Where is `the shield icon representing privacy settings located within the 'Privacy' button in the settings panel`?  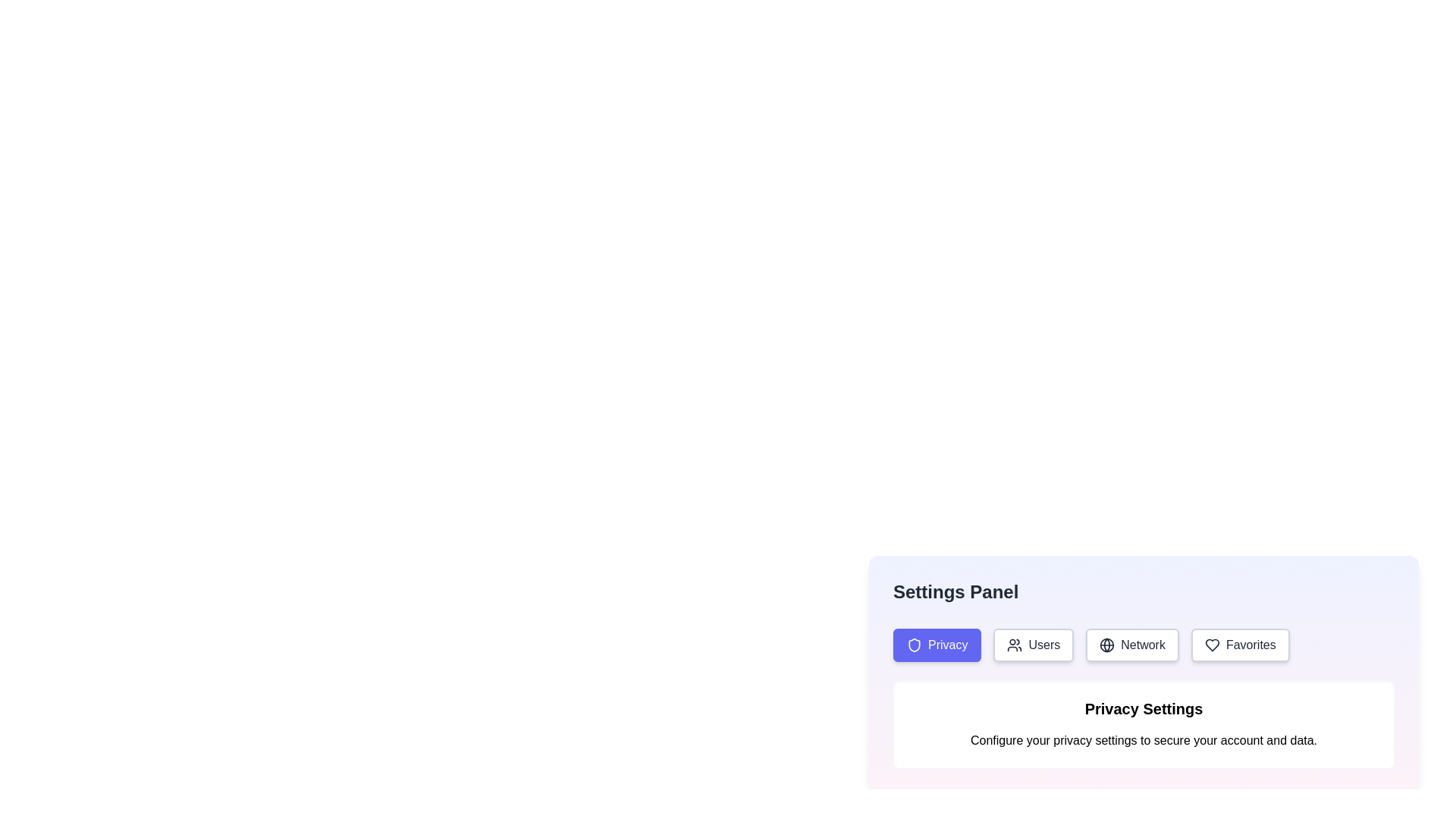 the shield icon representing privacy settings located within the 'Privacy' button in the settings panel is located at coordinates (913, 645).